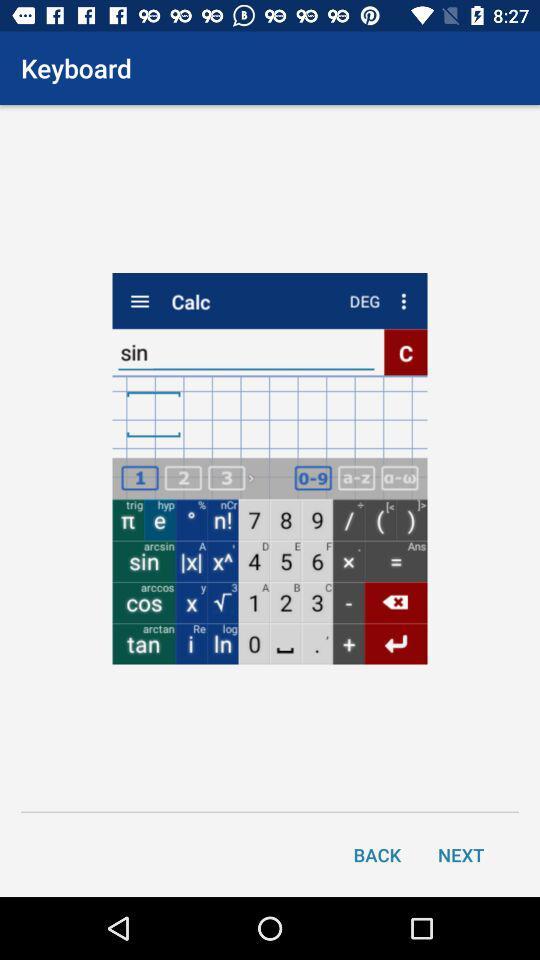  Describe the element at coordinates (377, 853) in the screenshot. I see `back item` at that location.